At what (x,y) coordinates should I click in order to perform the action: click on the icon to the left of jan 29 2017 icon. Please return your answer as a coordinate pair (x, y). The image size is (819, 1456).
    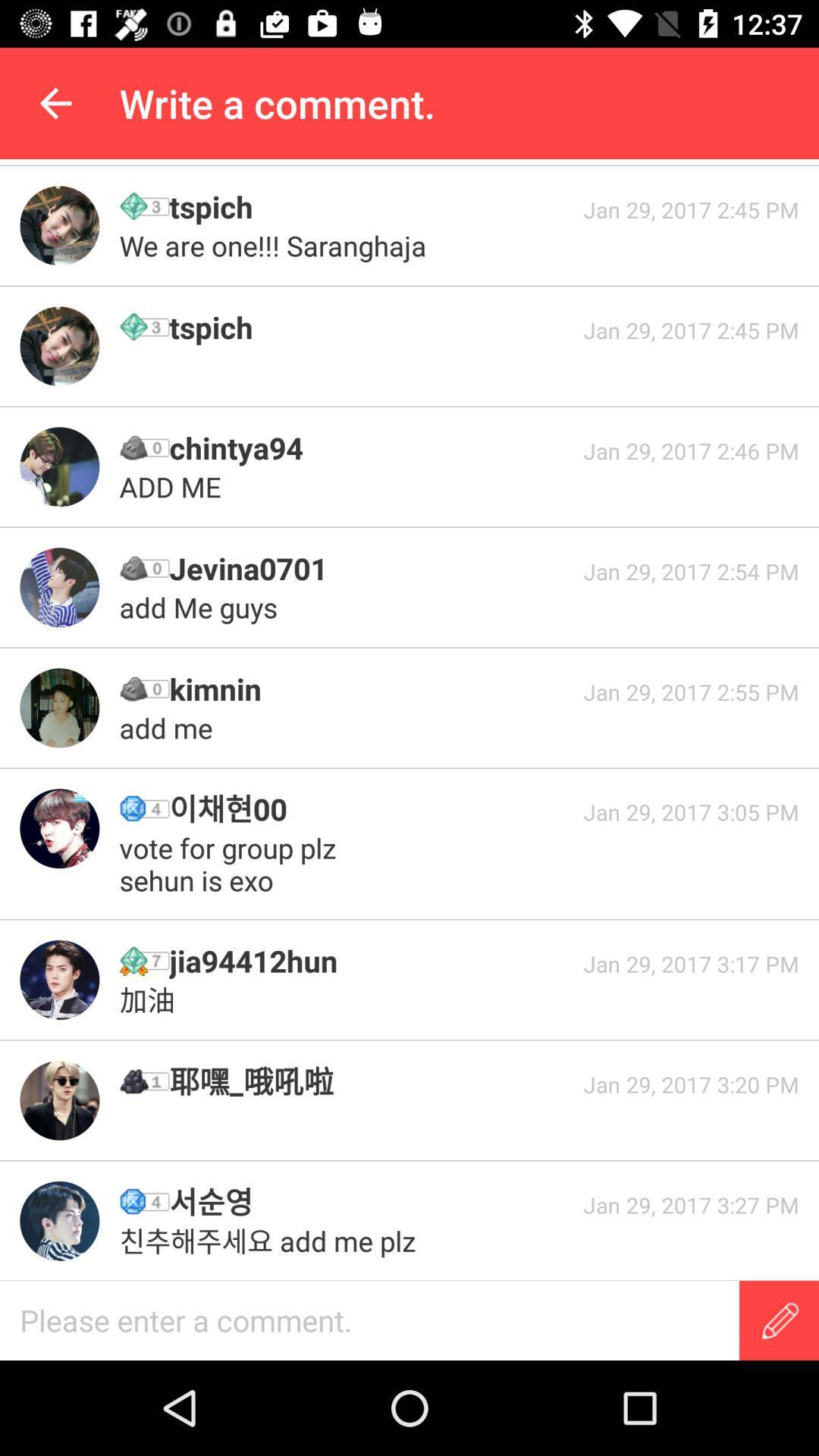
    Looking at the image, I should click on (371, 688).